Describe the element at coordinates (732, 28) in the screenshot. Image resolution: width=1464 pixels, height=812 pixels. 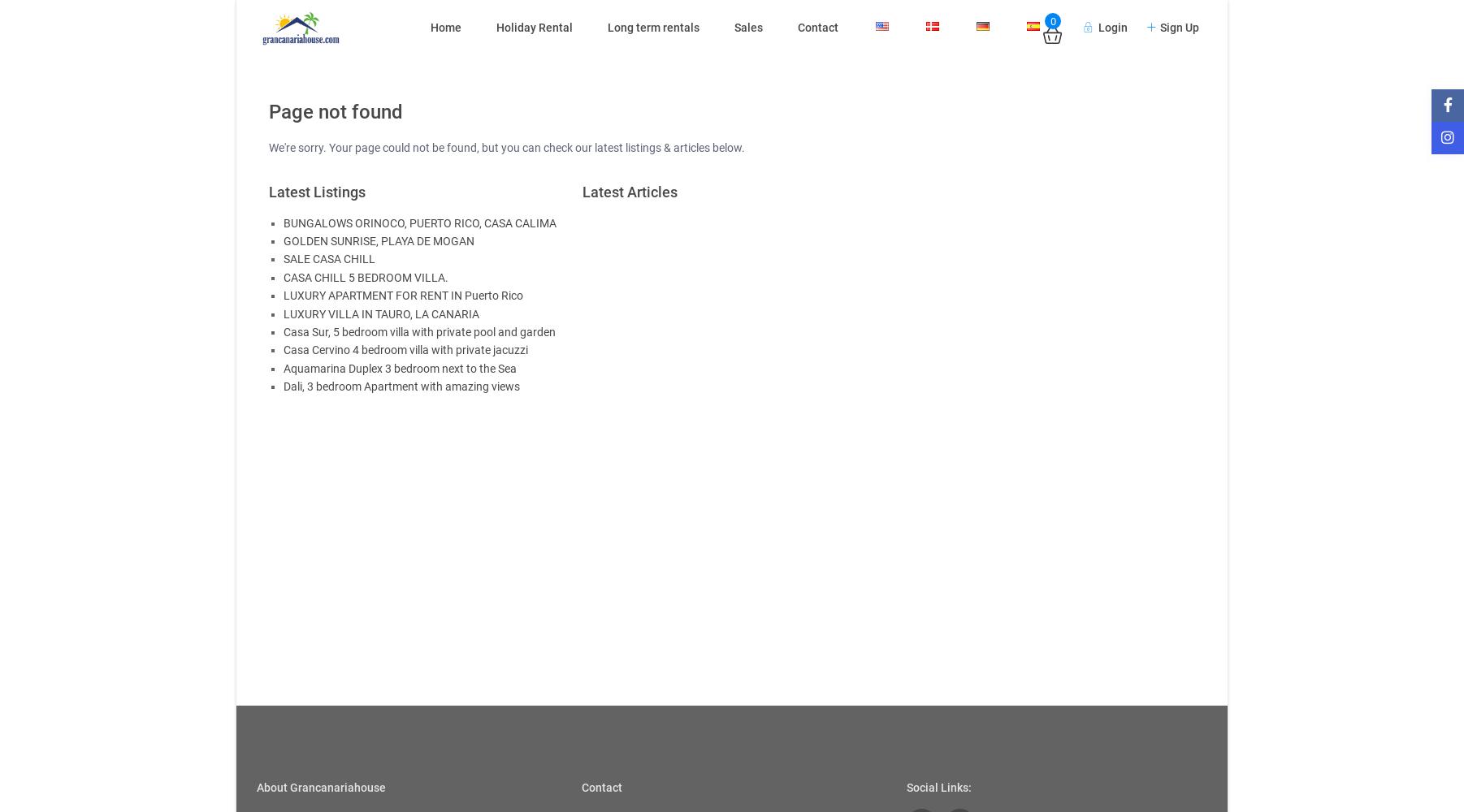
I see `'Sales'` at that location.